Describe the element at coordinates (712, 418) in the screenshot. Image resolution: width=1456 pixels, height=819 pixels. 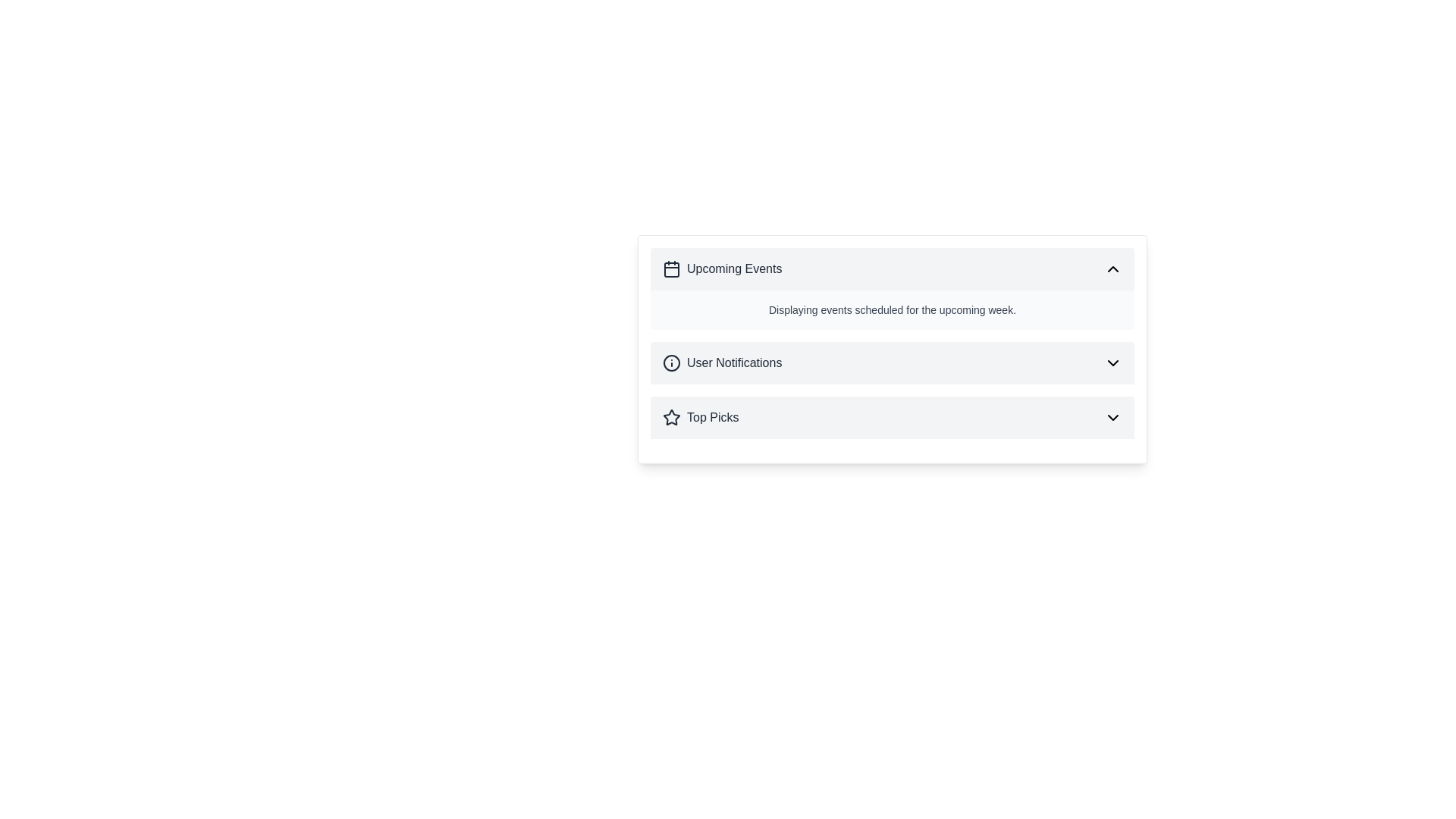
I see `text of the 'Top Picks' label, which is styled with a bold, medium font size and is positioned to the bottom right of the interface after a star-shaped icon` at that location.